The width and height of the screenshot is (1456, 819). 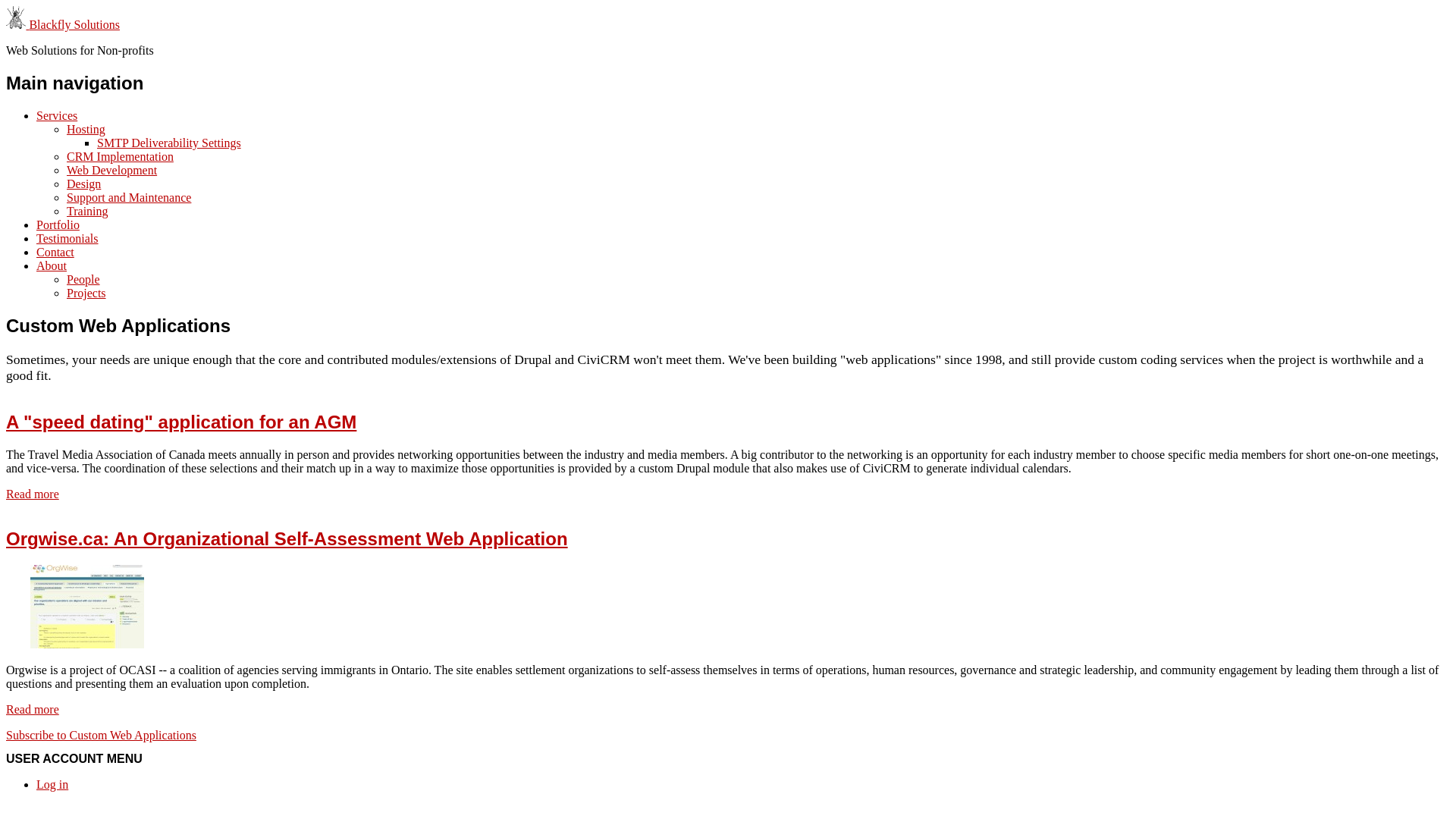 I want to click on 'People', so click(x=83, y=279).